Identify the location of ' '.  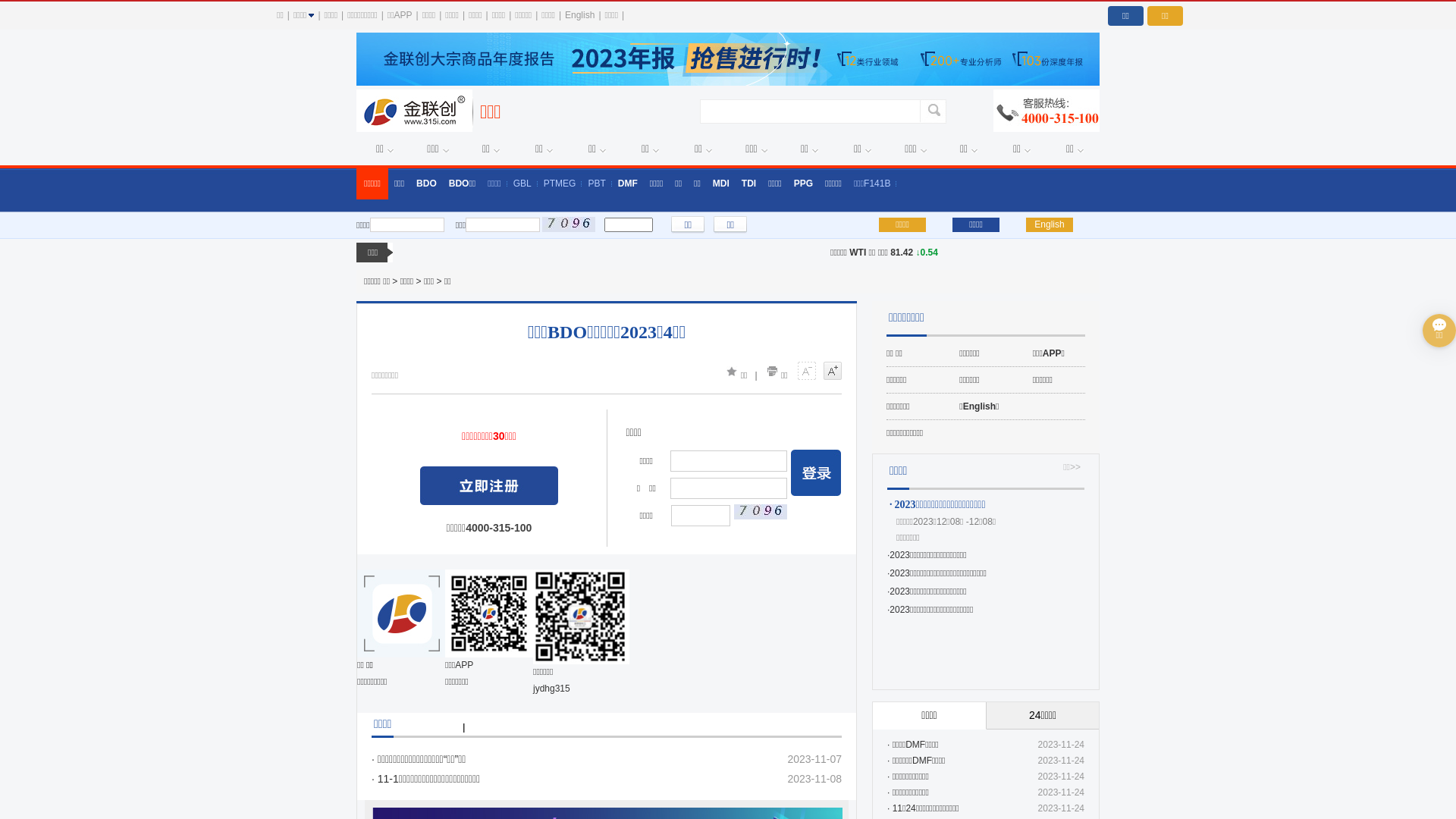
(488, 485).